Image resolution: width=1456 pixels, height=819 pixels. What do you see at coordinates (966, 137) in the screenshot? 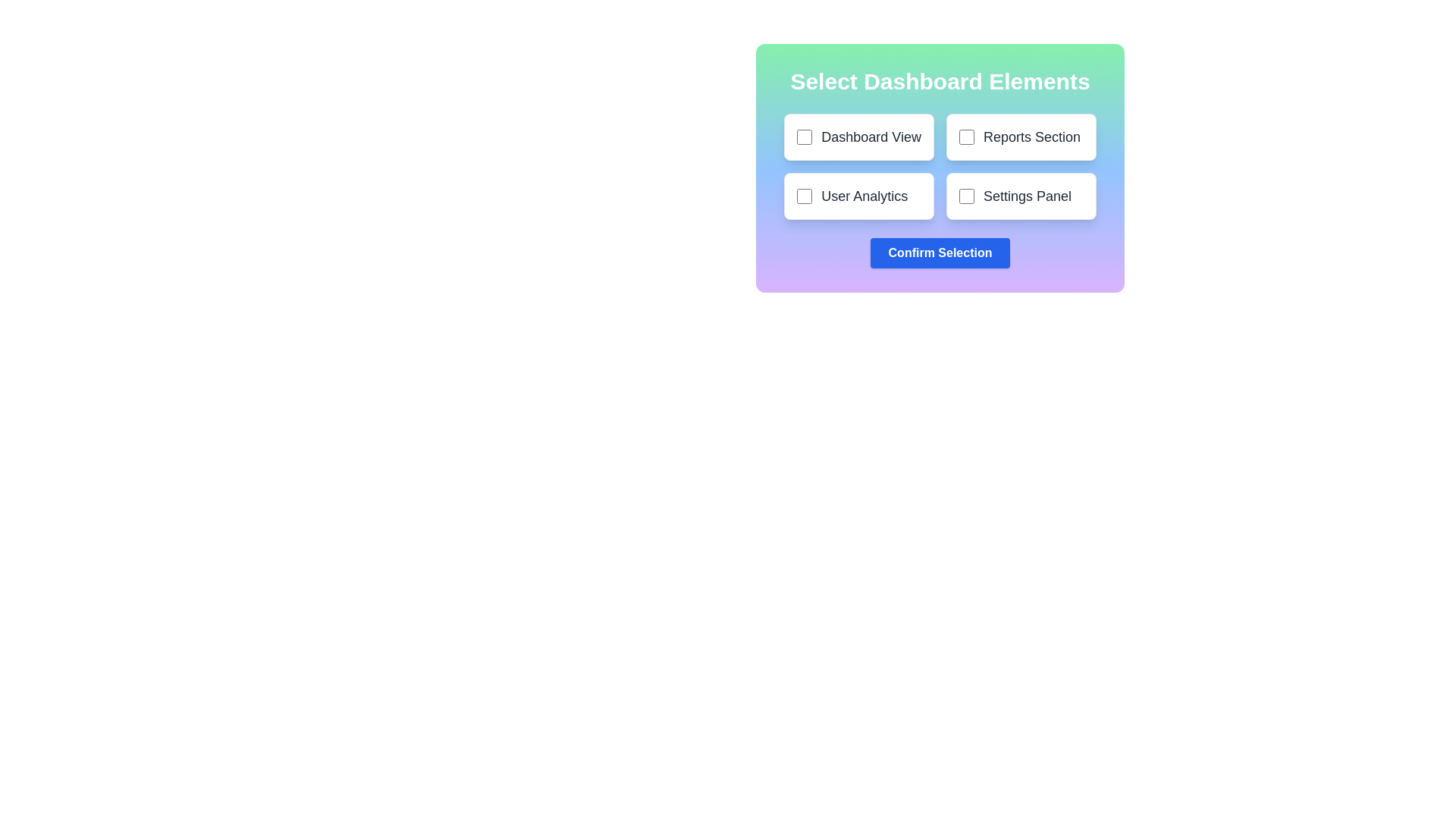
I see `the checkbox for Reports Section` at bounding box center [966, 137].